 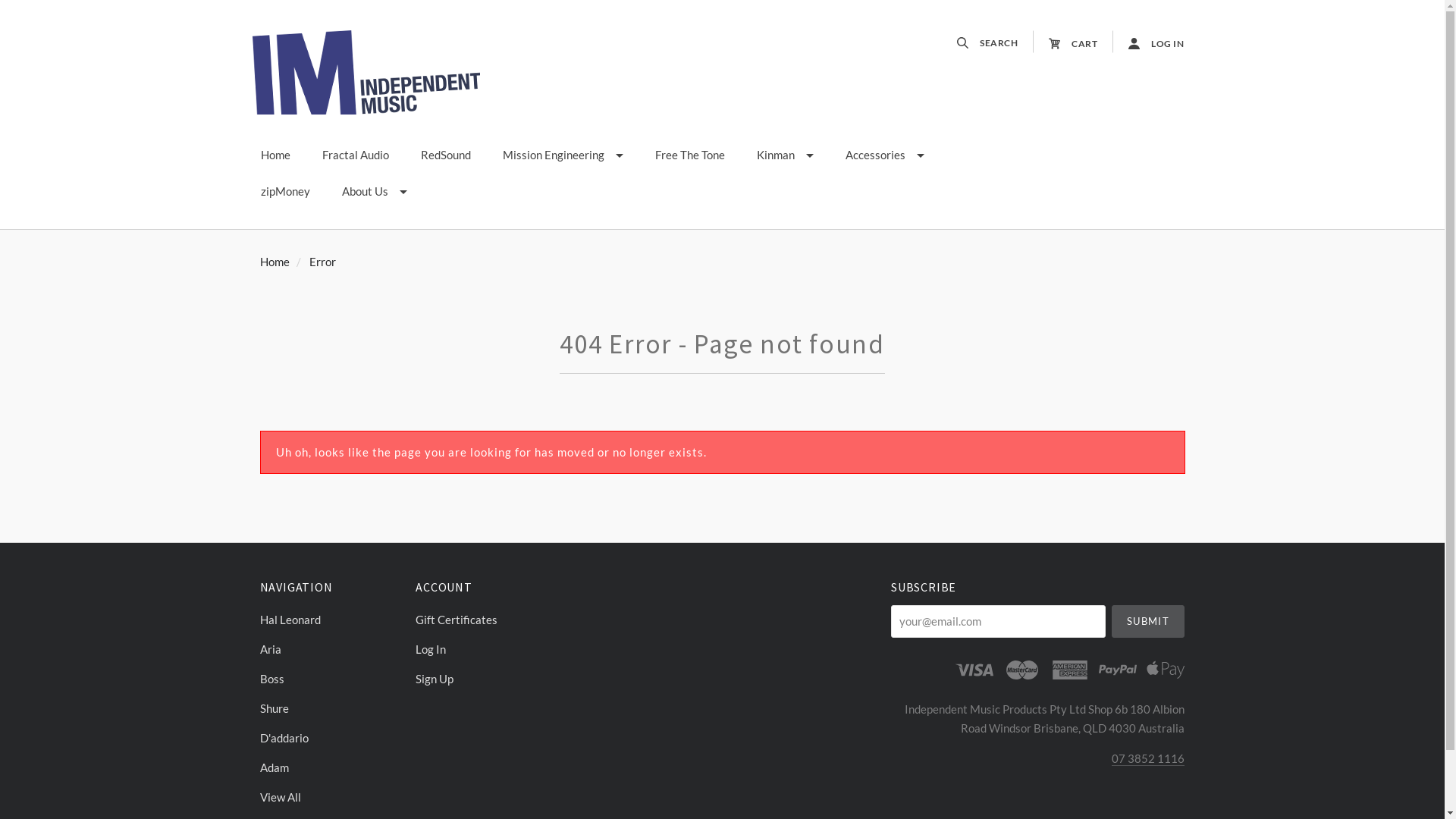 What do you see at coordinates (329, 708) in the screenshot?
I see `'Shure'` at bounding box center [329, 708].